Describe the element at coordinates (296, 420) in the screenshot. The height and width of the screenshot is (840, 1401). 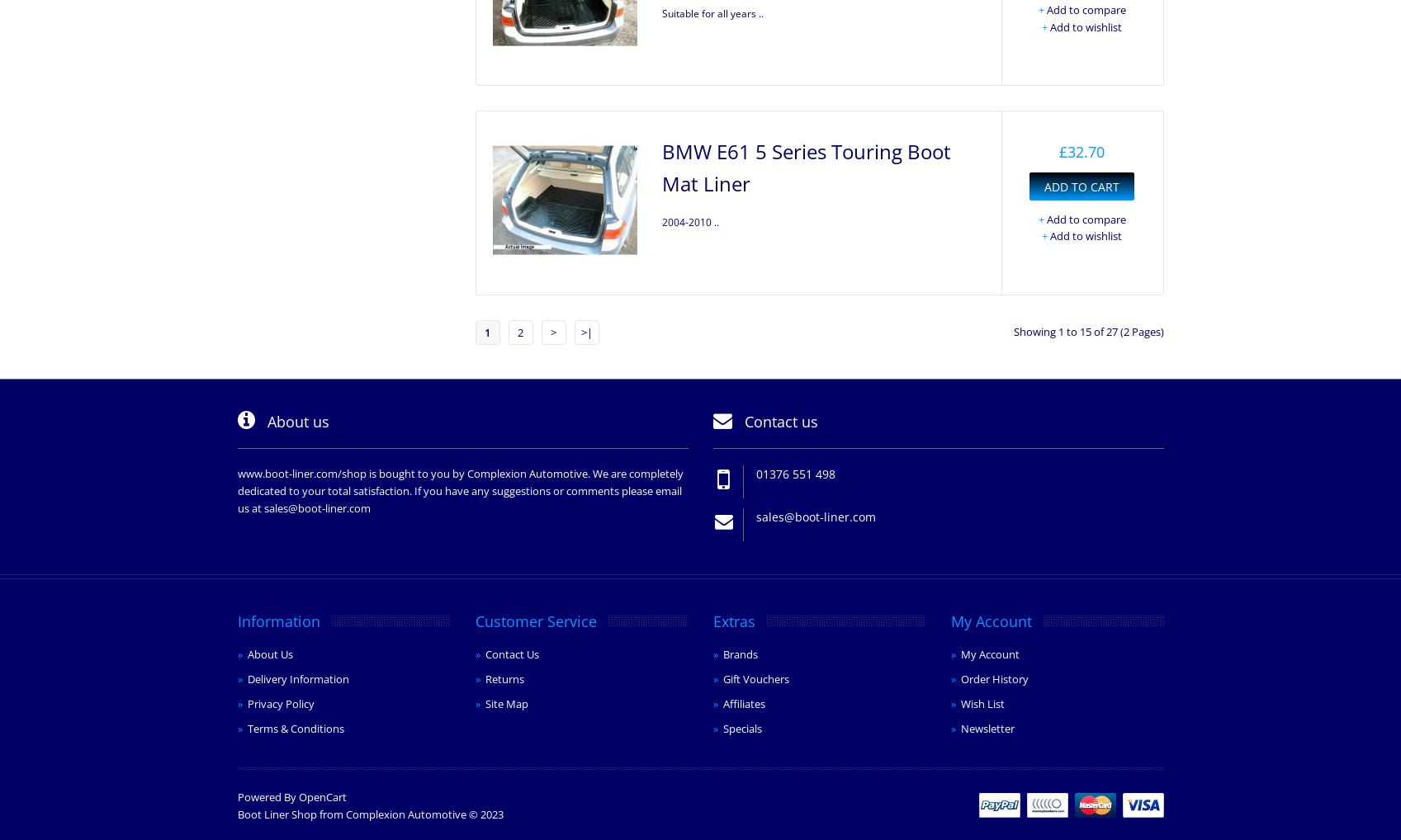
I see `'About us'` at that location.